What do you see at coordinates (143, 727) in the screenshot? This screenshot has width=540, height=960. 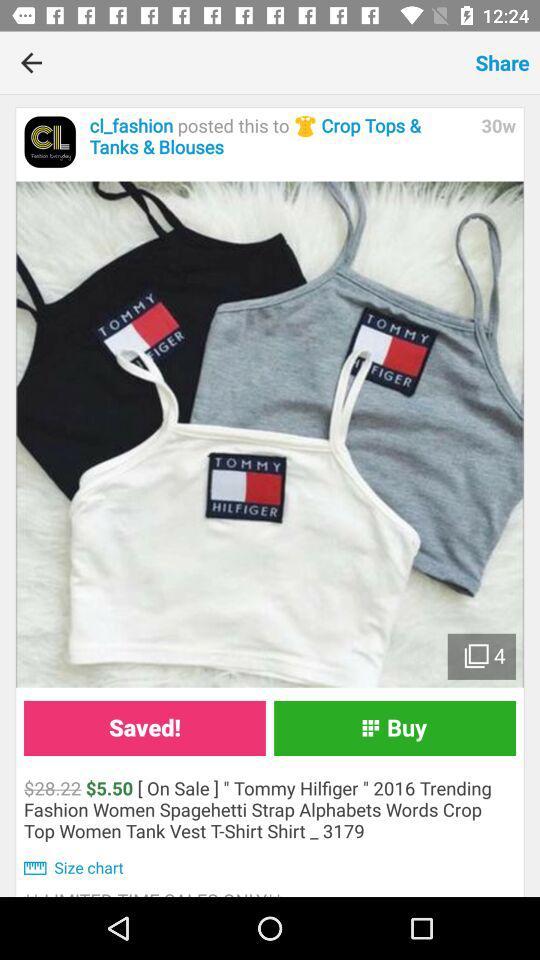 I see `icon above 28 22 5` at bounding box center [143, 727].